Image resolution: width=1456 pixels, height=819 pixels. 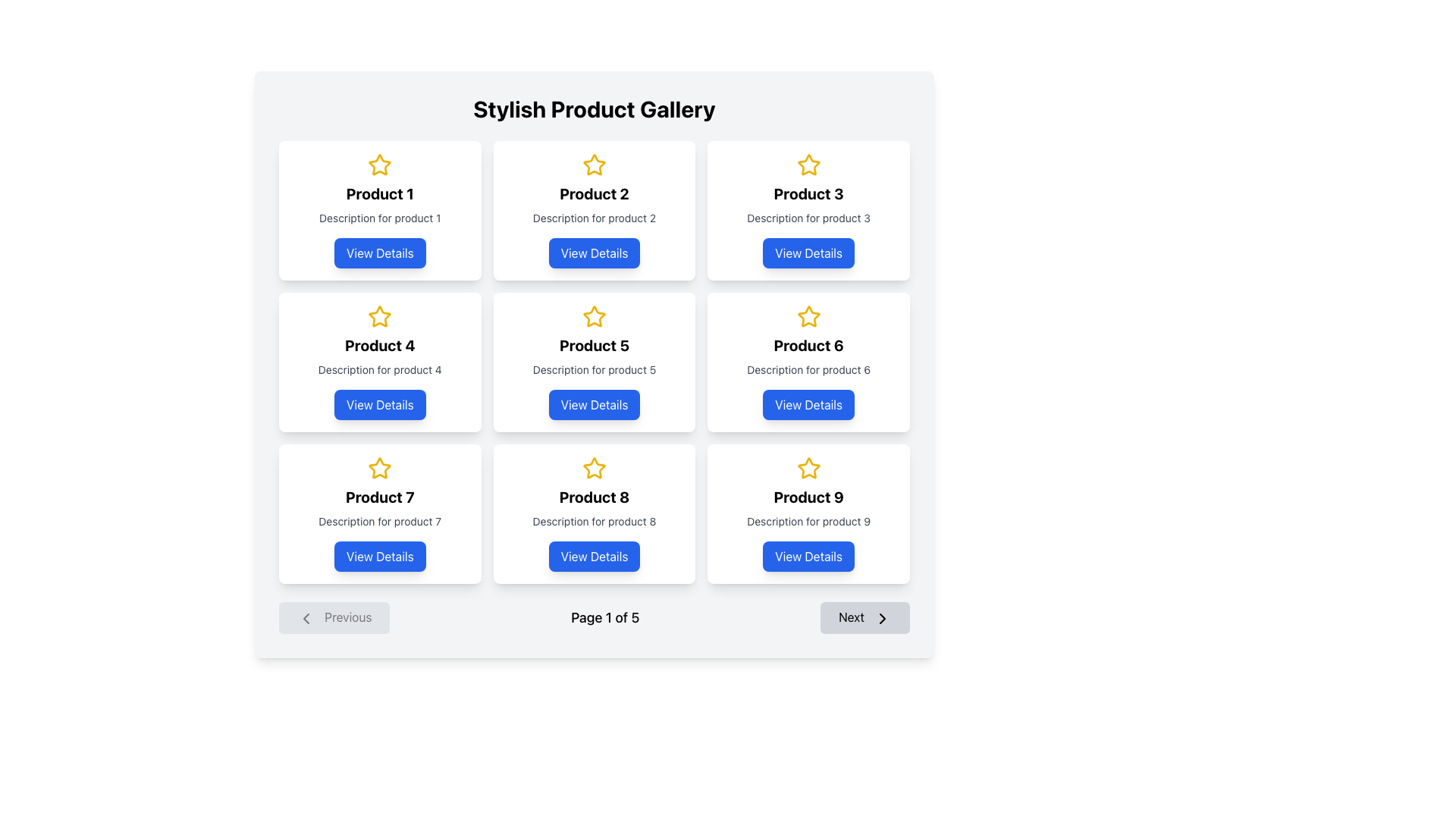 What do you see at coordinates (380, 210) in the screenshot?
I see `text and icon displayed on the product Card component located in the first row and first column of the 3x3 grid layout` at bounding box center [380, 210].